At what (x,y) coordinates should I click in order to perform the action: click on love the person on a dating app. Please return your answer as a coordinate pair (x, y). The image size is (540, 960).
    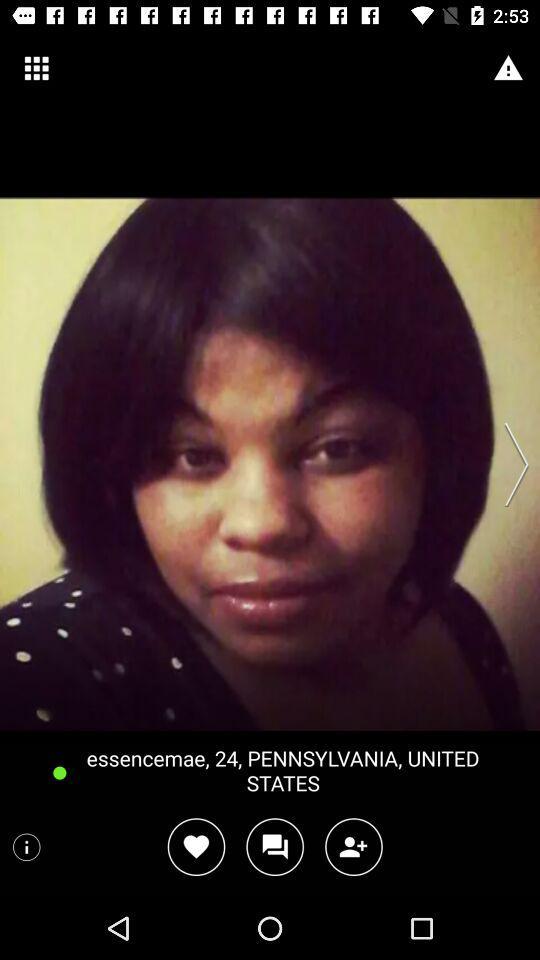
    Looking at the image, I should click on (196, 846).